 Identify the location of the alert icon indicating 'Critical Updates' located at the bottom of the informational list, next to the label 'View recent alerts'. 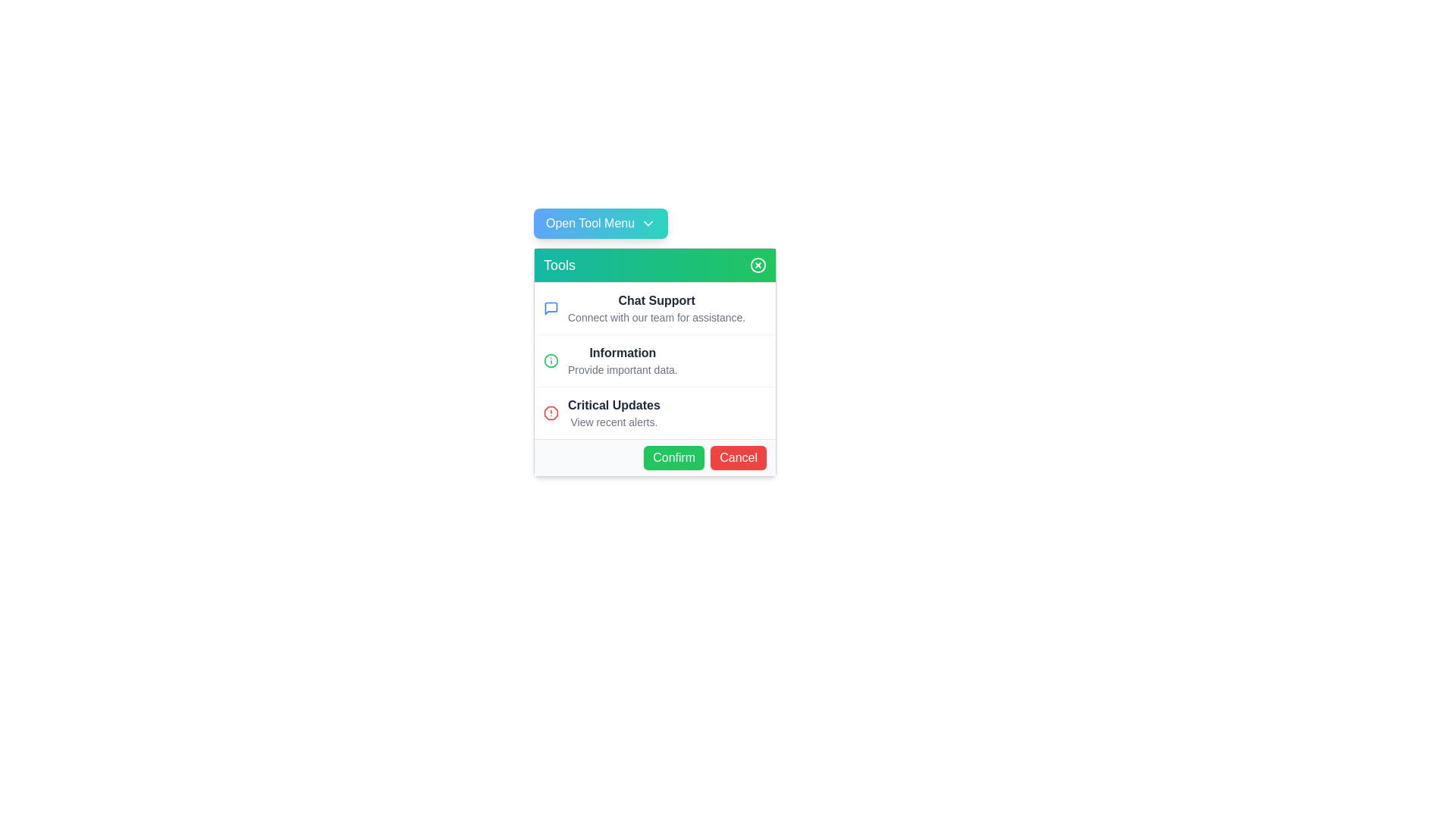
(550, 413).